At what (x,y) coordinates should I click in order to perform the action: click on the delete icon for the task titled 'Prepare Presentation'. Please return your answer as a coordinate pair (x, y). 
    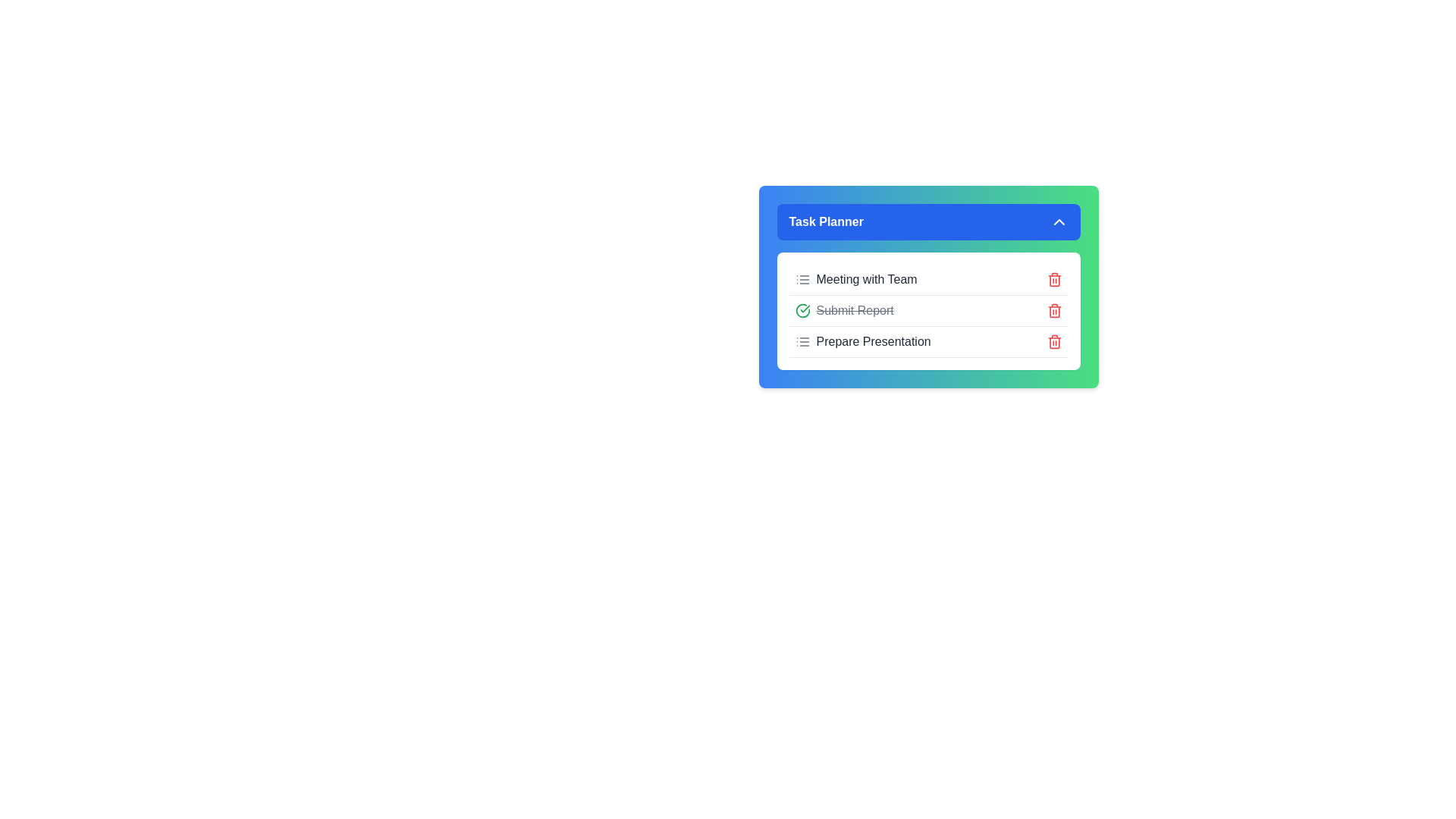
    Looking at the image, I should click on (1053, 342).